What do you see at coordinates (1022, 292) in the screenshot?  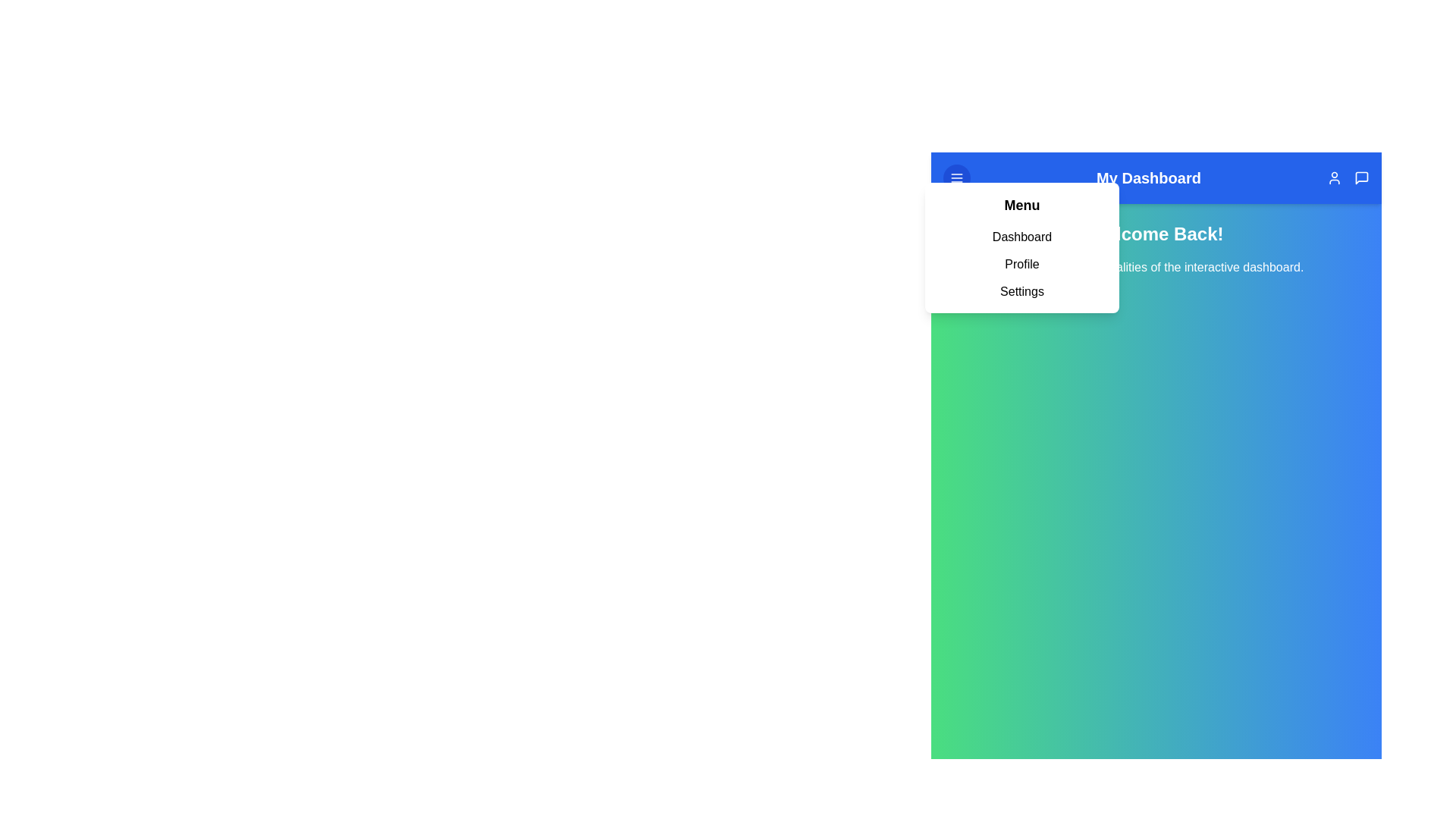 I see `the menu option Settings from the menu` at bounding box center [1022, 292].